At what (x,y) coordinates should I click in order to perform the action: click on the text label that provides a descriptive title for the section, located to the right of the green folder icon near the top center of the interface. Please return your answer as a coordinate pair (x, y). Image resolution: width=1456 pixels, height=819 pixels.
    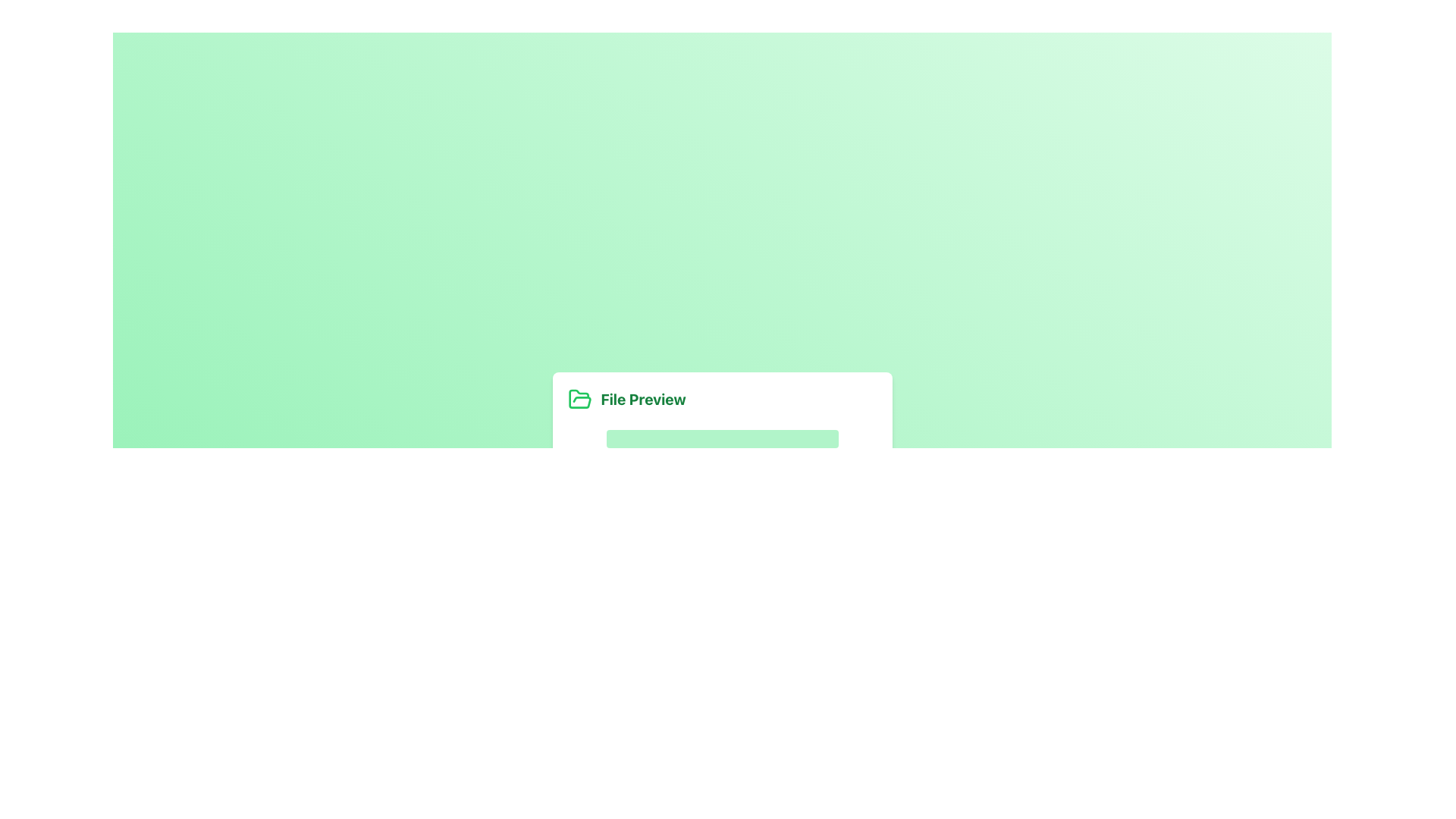
    Looking at the image, I should click on (643, 399).